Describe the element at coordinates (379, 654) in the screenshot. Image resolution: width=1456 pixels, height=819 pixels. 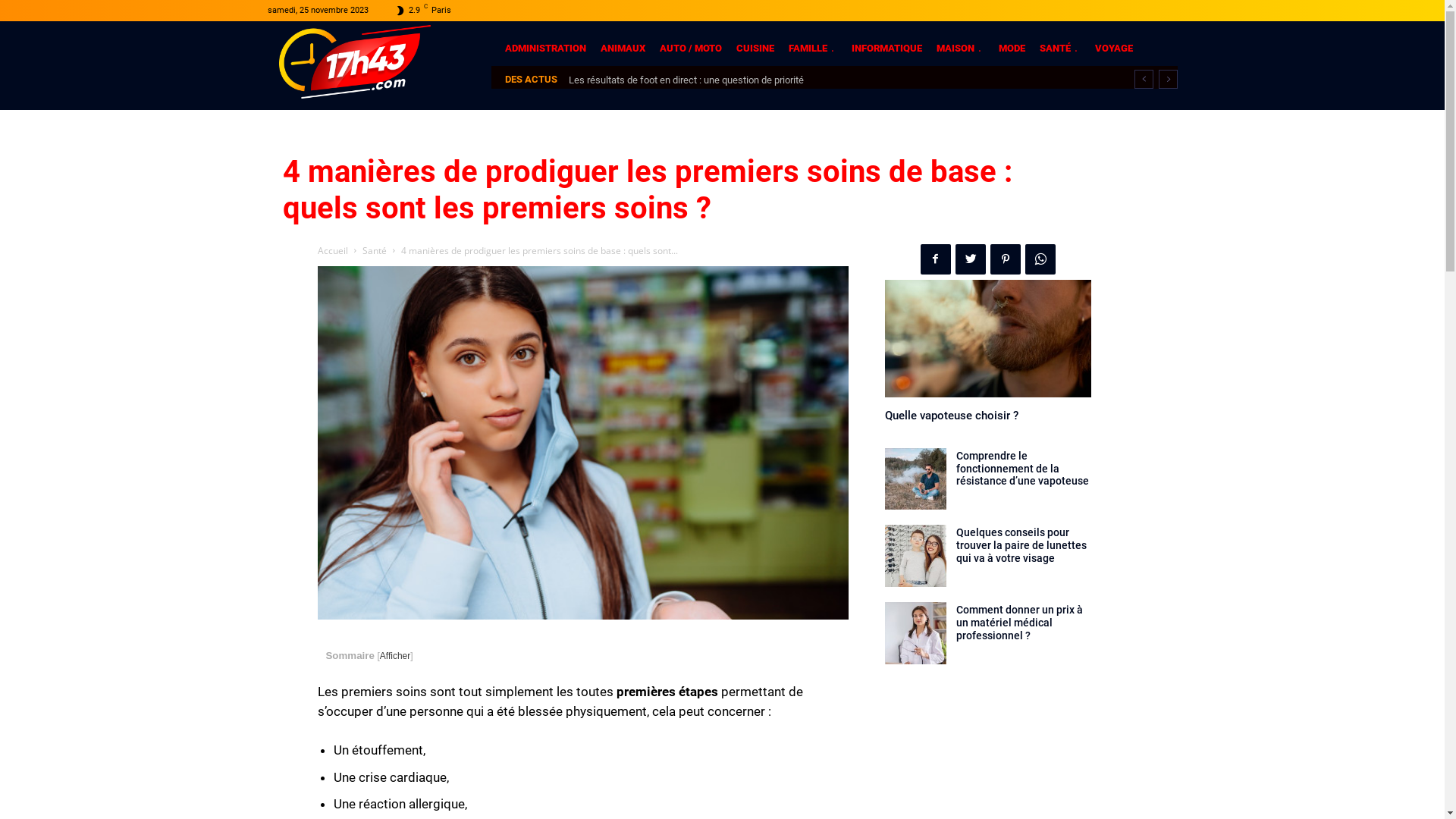
I see `'Afficher'` at that location.